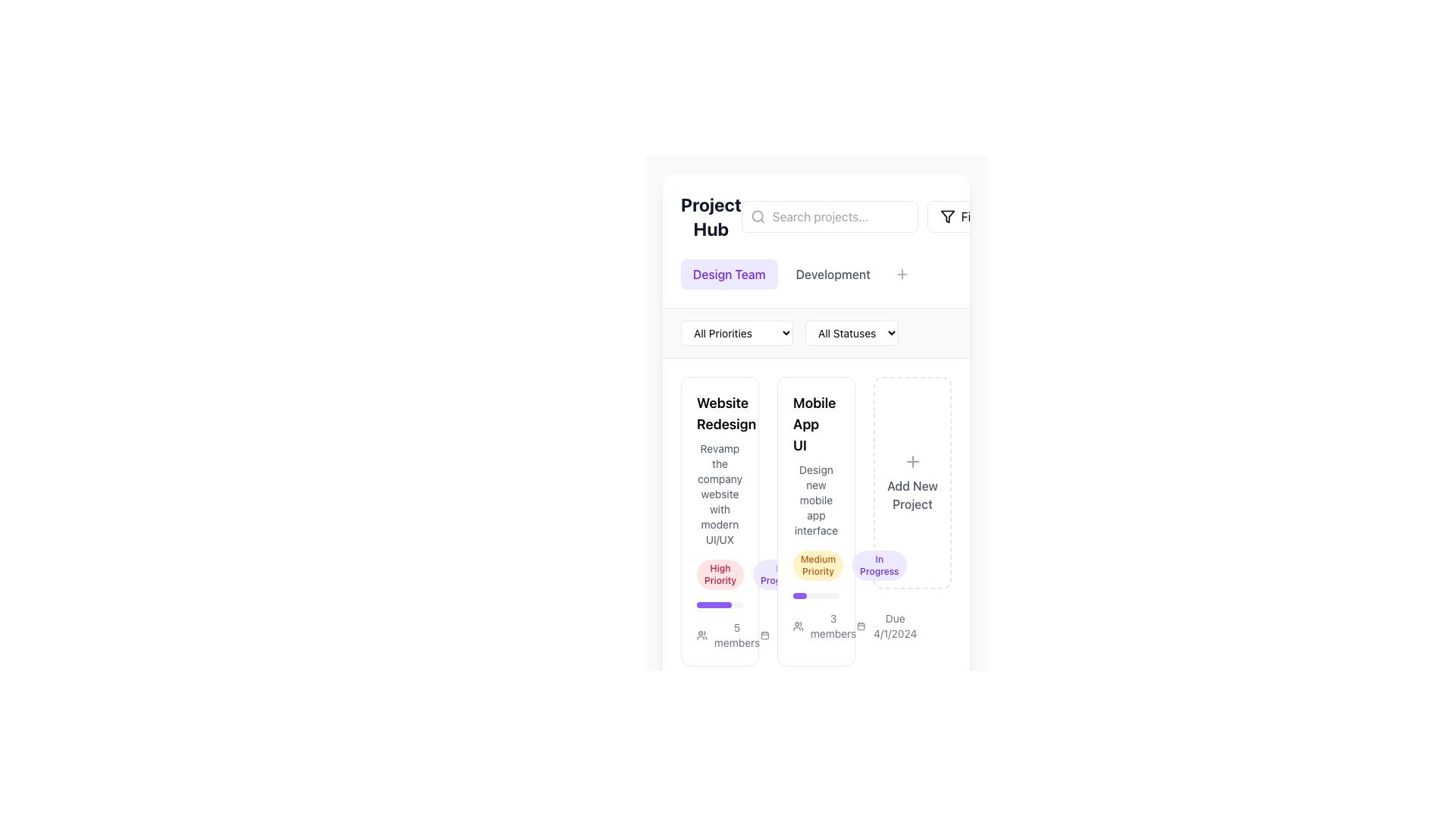 Image resolution: width=1456 pixels, height=819 pixels. Describe the element at coordinates (817, 565) in the screenshot. I see `the 'Medium Priority' badge element, which is a pill-shaped badge with a light amber background, located within the card labeled 'Mobile App UI'` at that location.